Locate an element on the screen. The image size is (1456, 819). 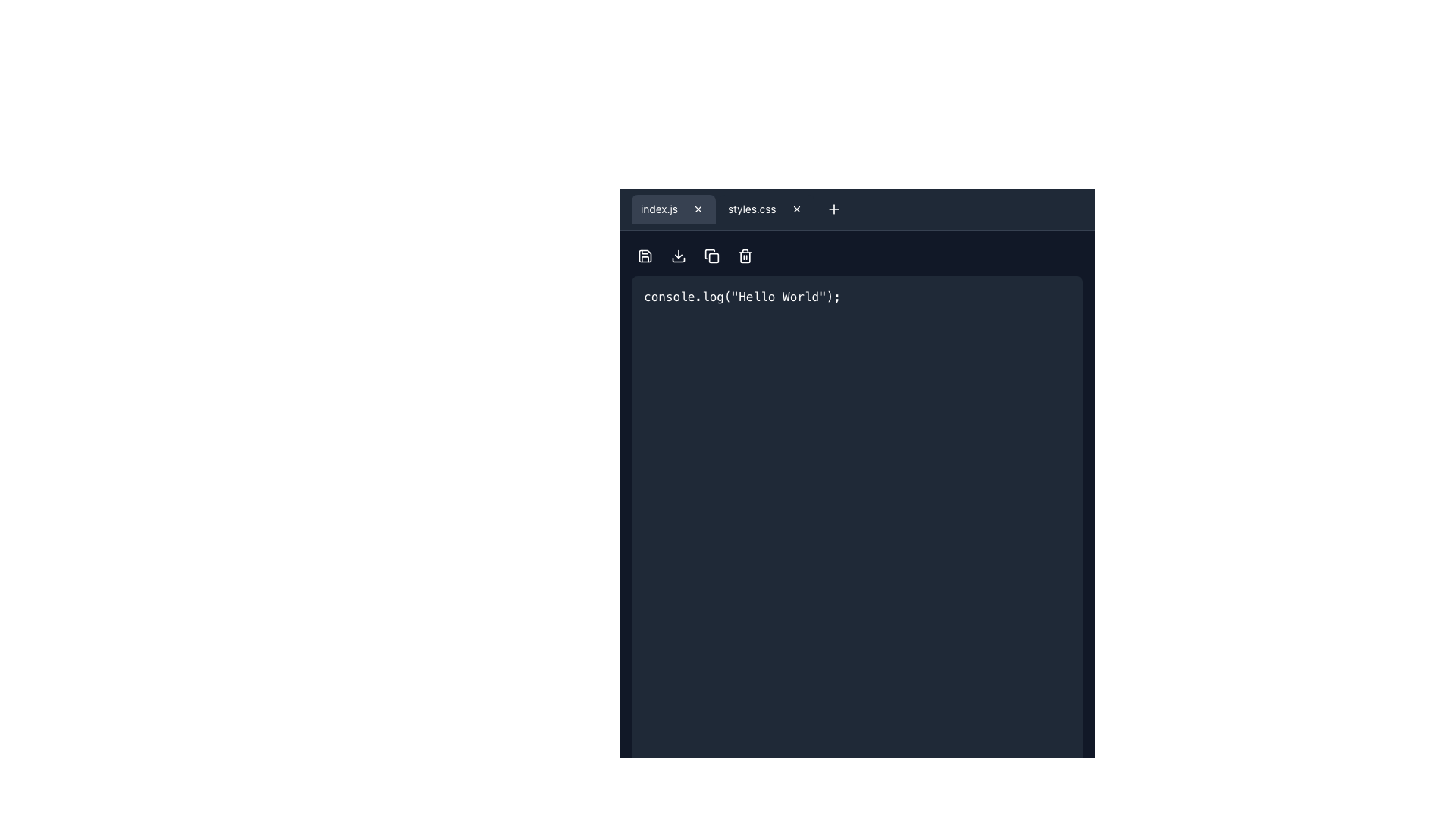
the tab in the tab navigation bar located at the top of the interface is located at coordinates (857, 209).